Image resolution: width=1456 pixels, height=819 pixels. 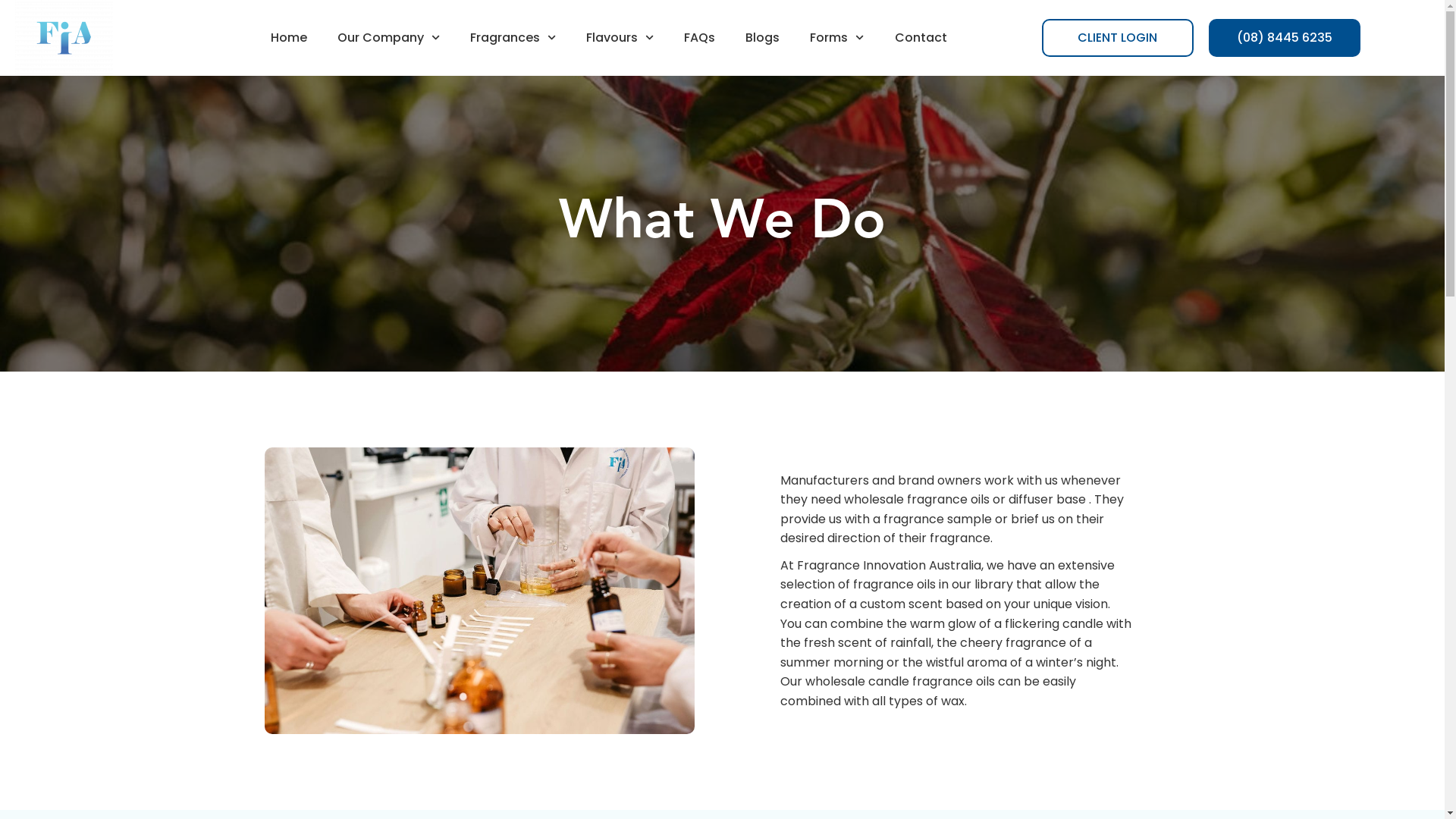 I want to click on '(08) 8445 6235', so click(x=1284, y=37).